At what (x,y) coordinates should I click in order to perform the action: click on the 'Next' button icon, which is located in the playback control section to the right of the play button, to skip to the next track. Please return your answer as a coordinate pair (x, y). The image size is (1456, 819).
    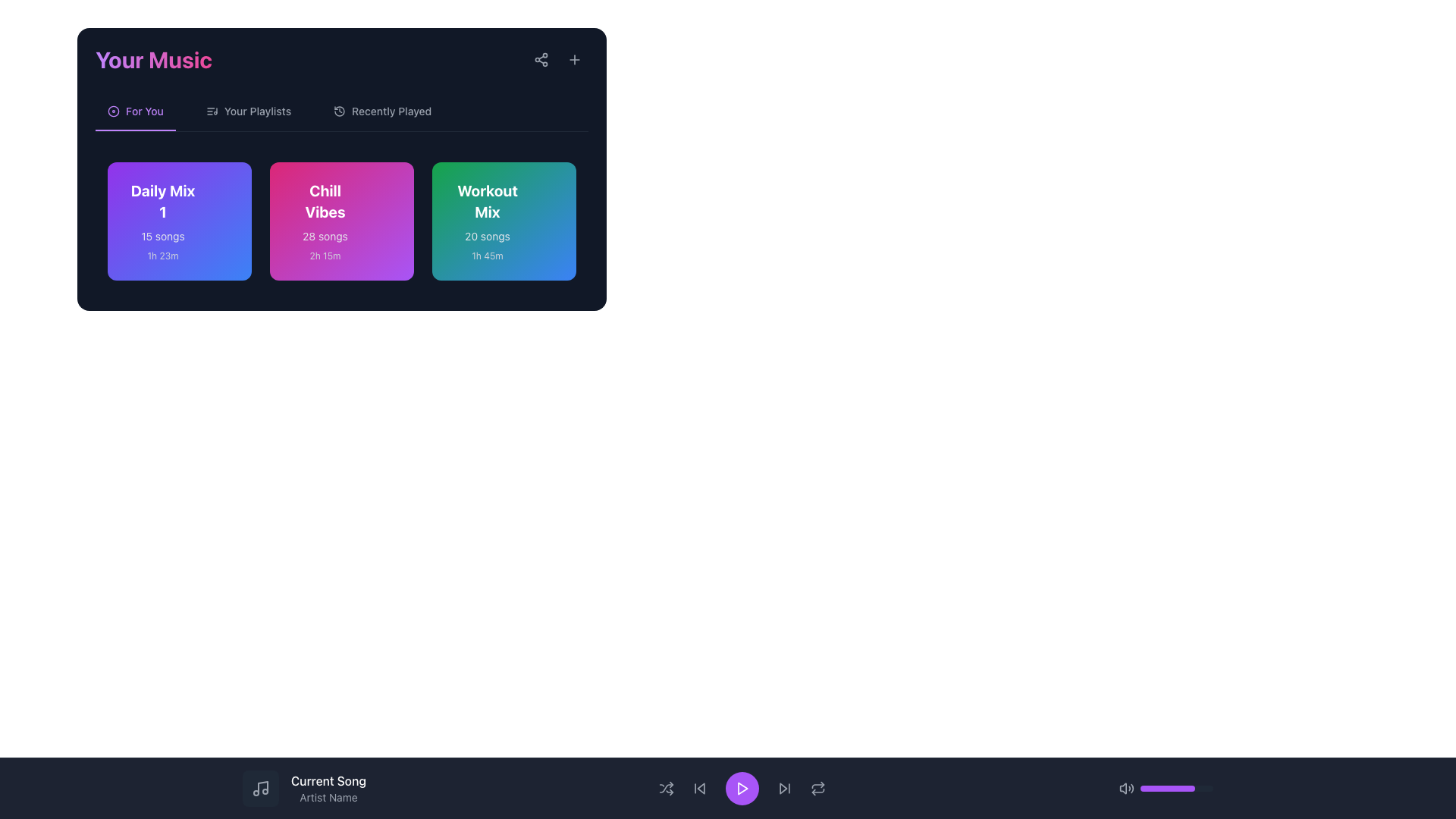
    Looking at the image, I should click on (783, 788).